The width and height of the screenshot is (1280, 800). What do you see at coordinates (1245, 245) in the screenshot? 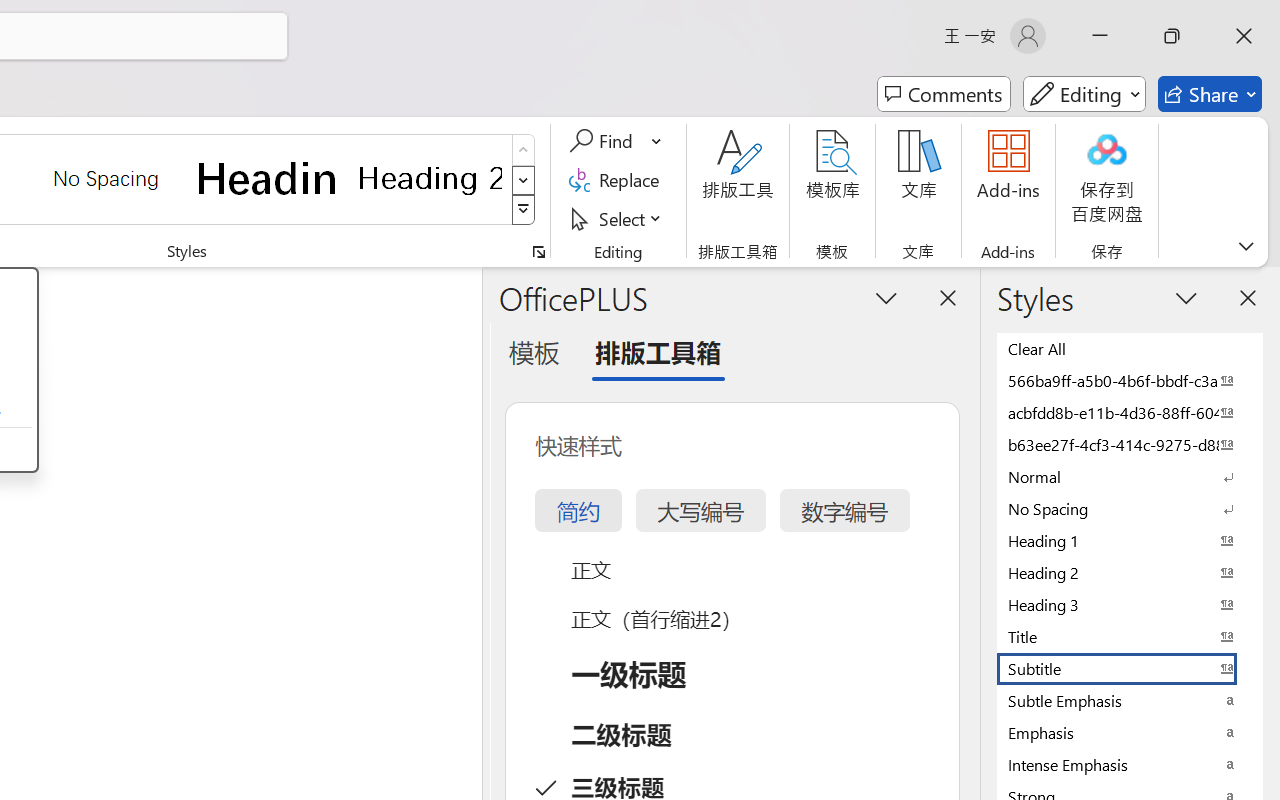
I see `'Ribbon Display Options'` at bounding box center [1245, 245].